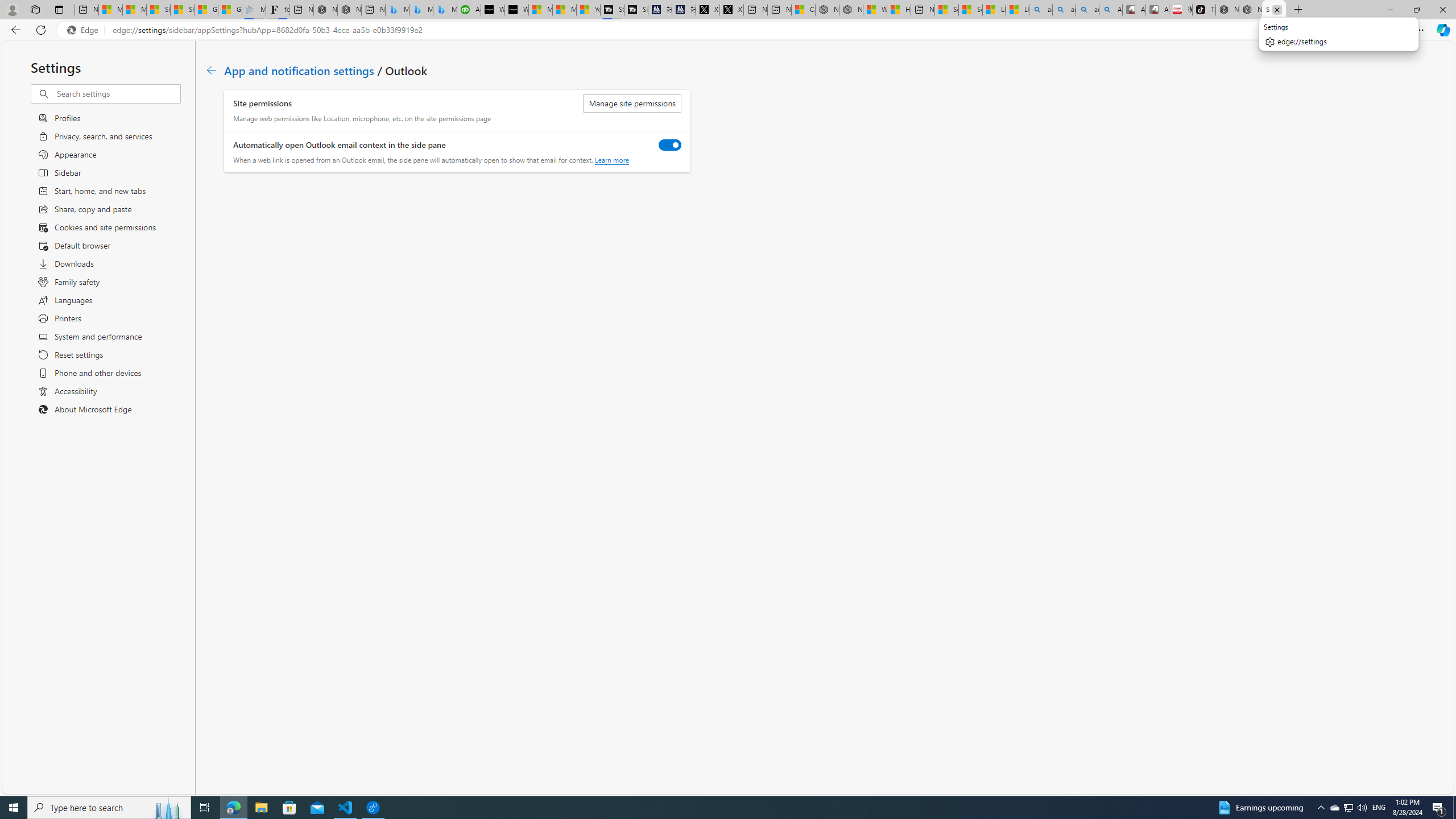 The height and width of the screenshot is (819, 1456). I want to click on 'Class: c01188', so click(210, 69).